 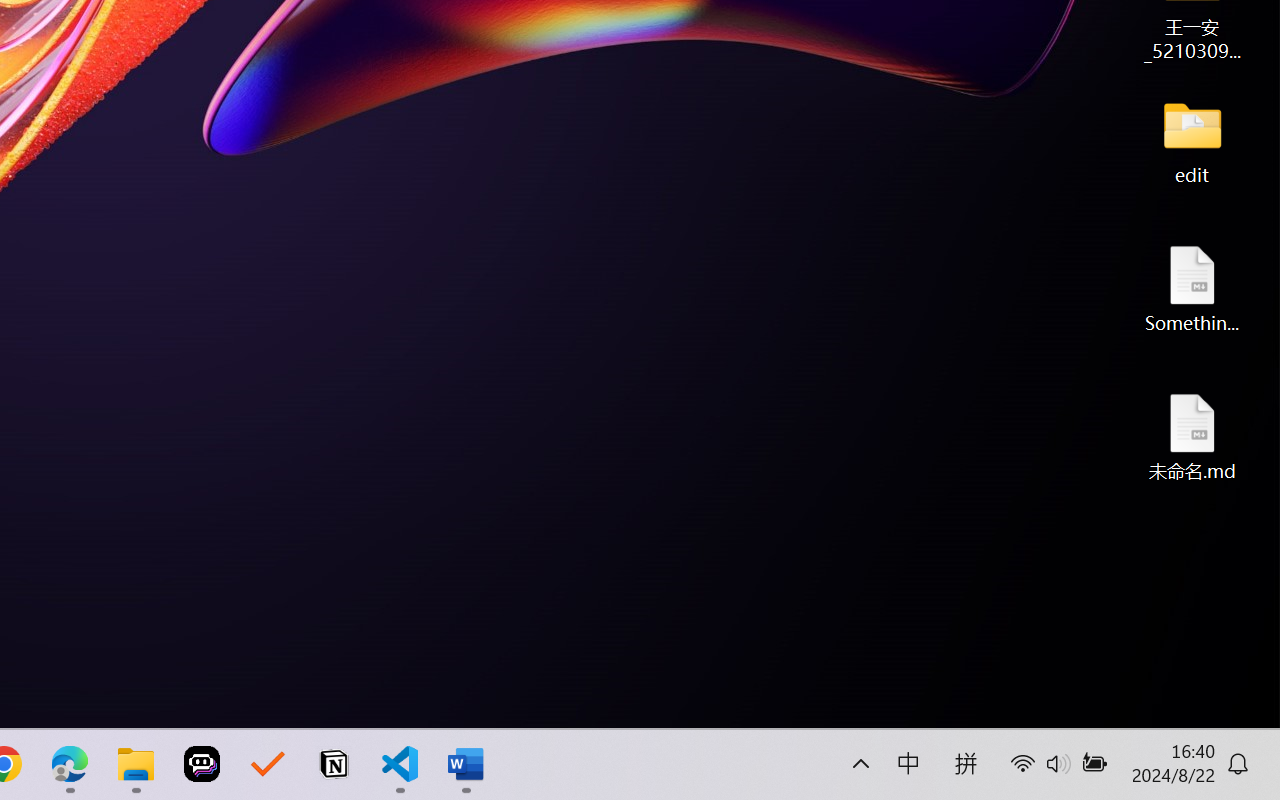 What do you see at coordinates (1192, 288) in the screenshot?
I see `'Something.md'` at bounding box center [1192, 288].